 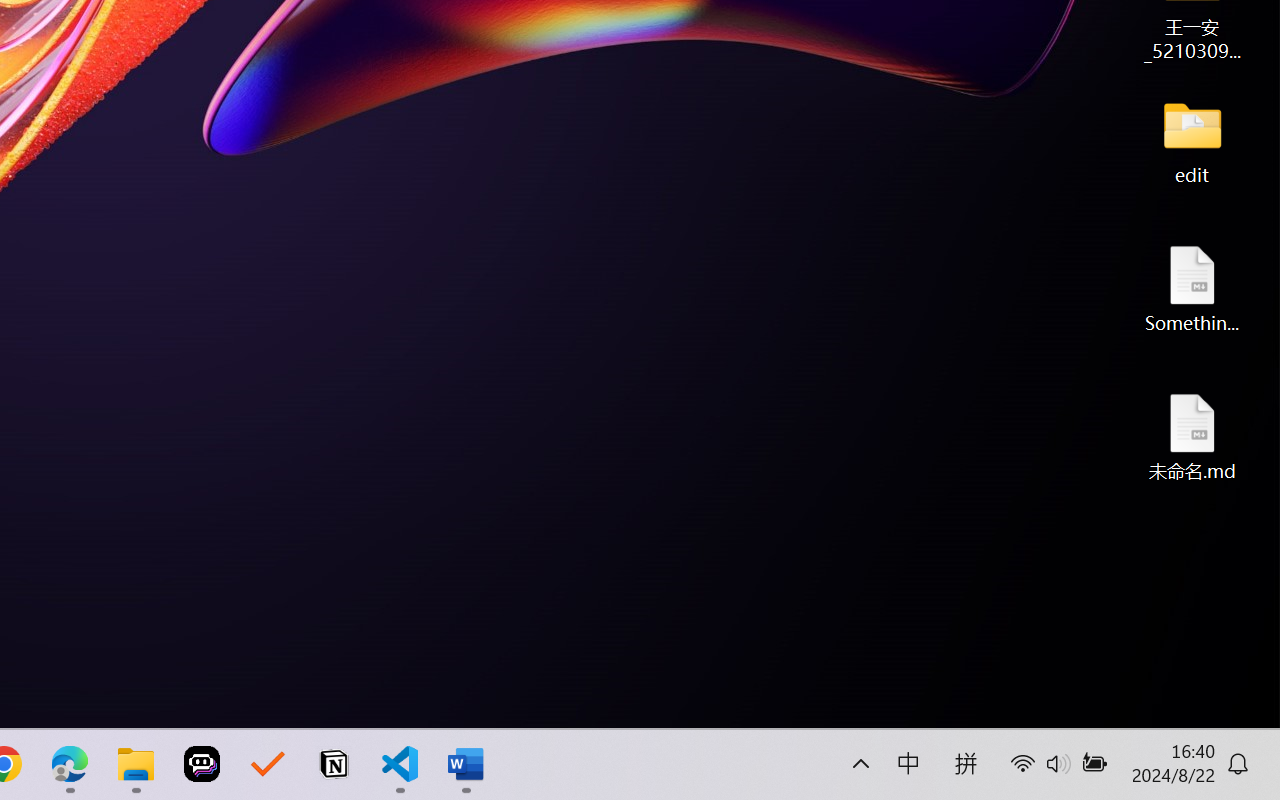 What do you see at coordinates (1192, 288) in the screenshot?
I see `'Something.md'` at bounding box center [1192, 288].